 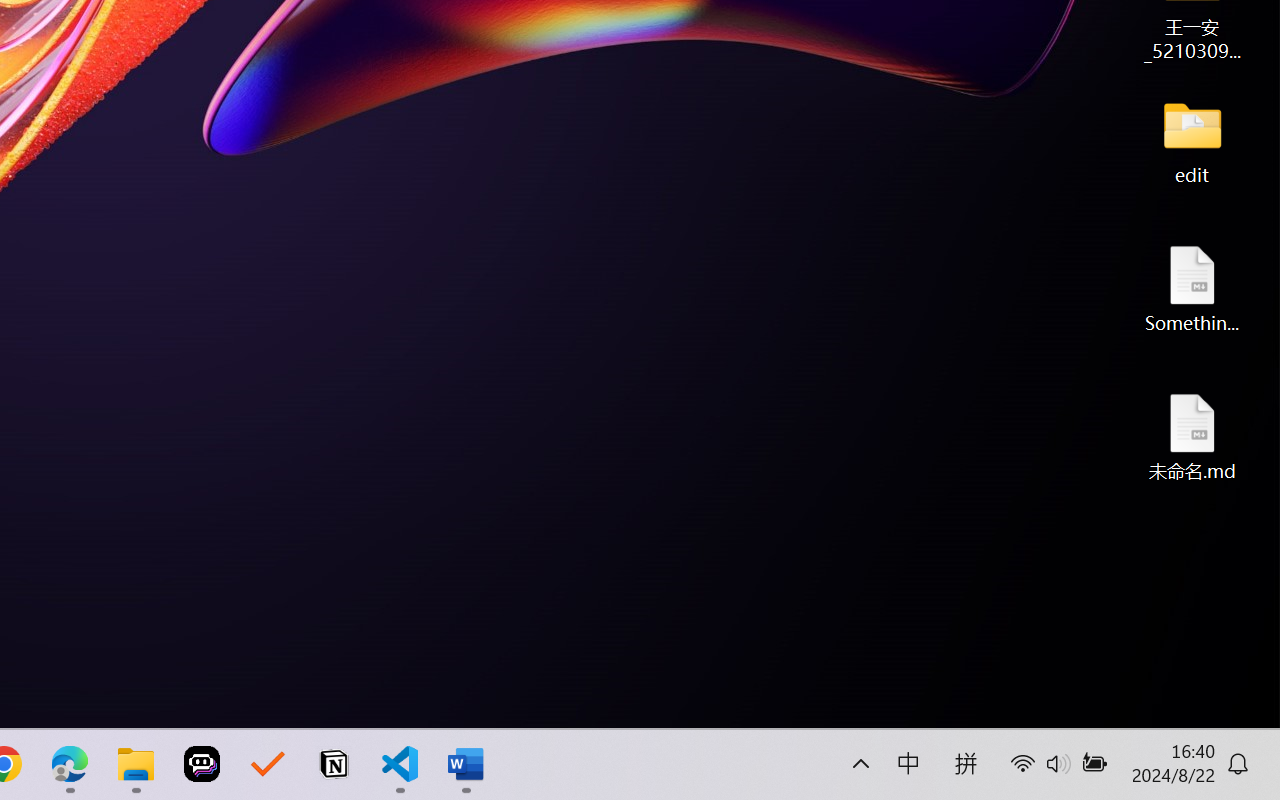 What do you see at coordinates (1192, 288) in the screenshot?
I see `'Something.md'` at bounding box center [1192, 288].